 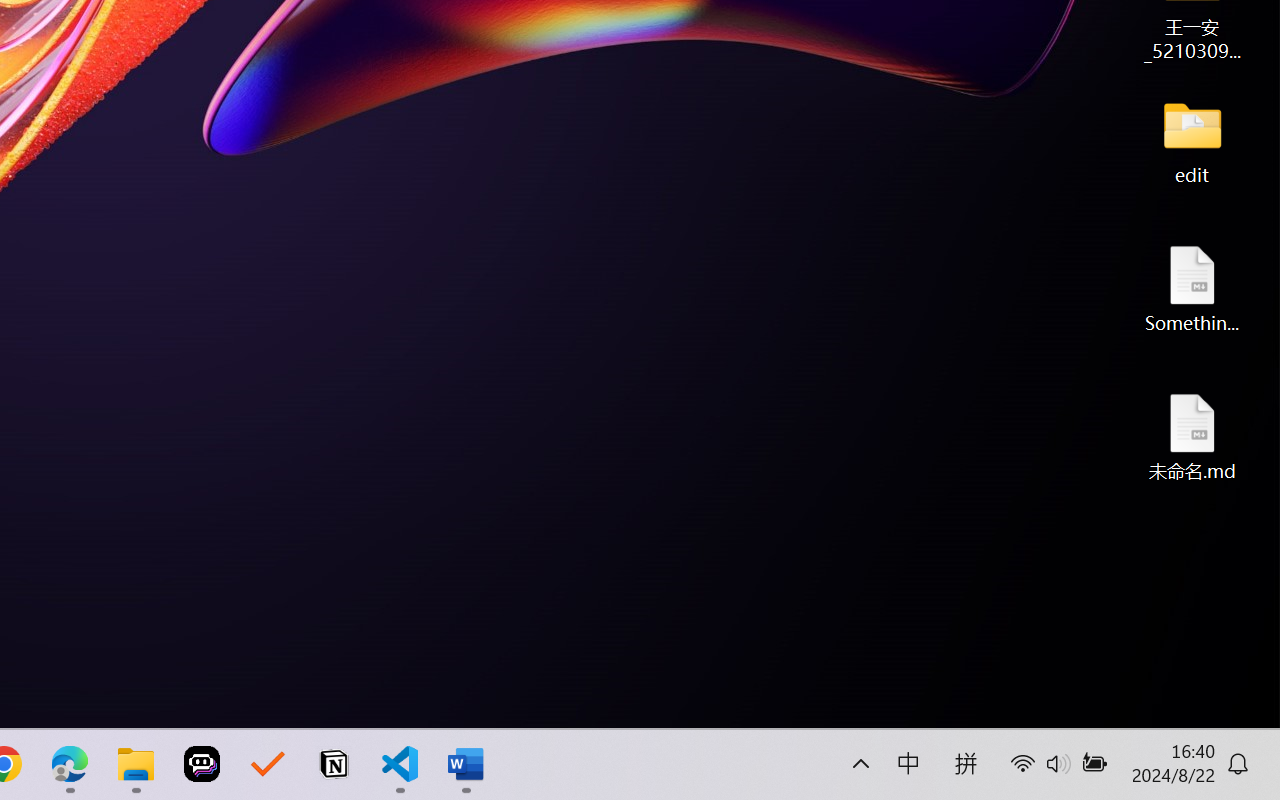 What do you see at coordinates (1192, 288) in the screenshot?
I see `'Something.md'` at bounding box center [1192, 288].